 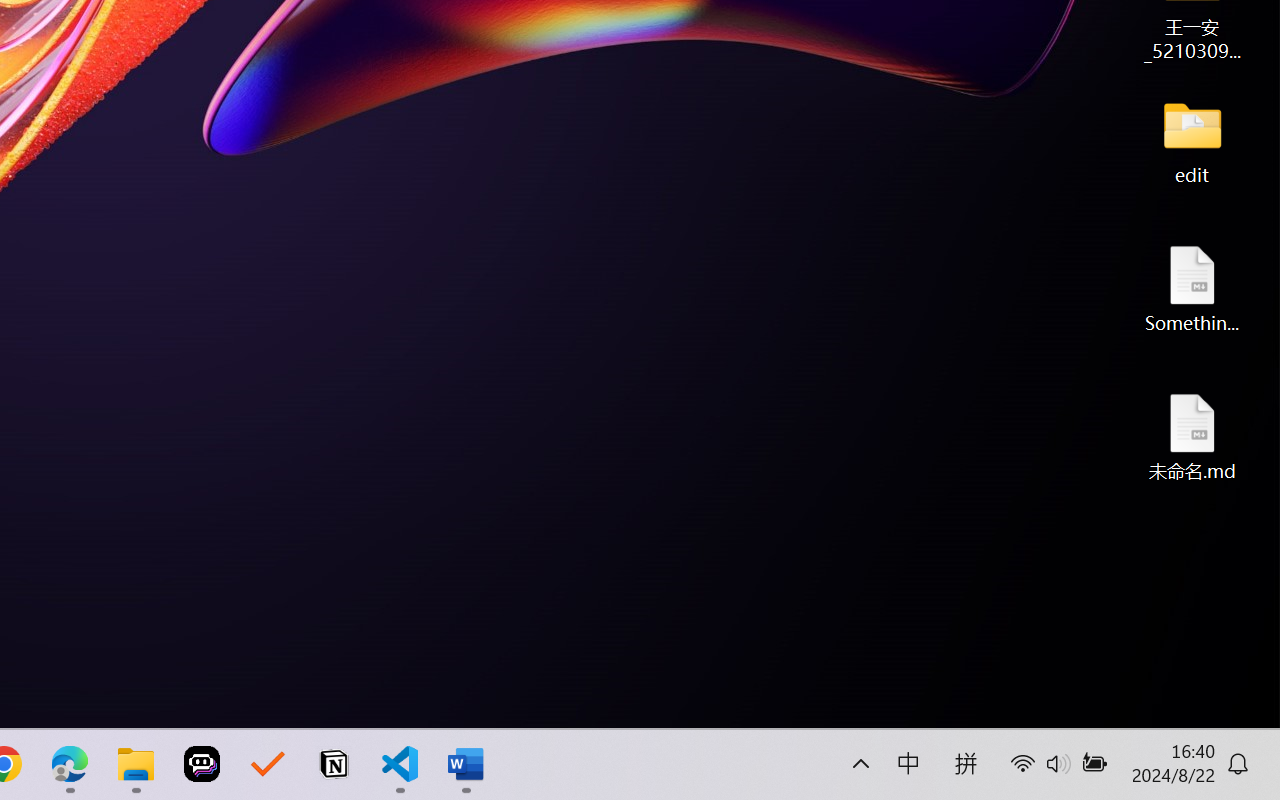 What do you see at coordinates (1192, 288) in the screenshot?
I see `'Something.md'` at bounding box center [1192, 288].